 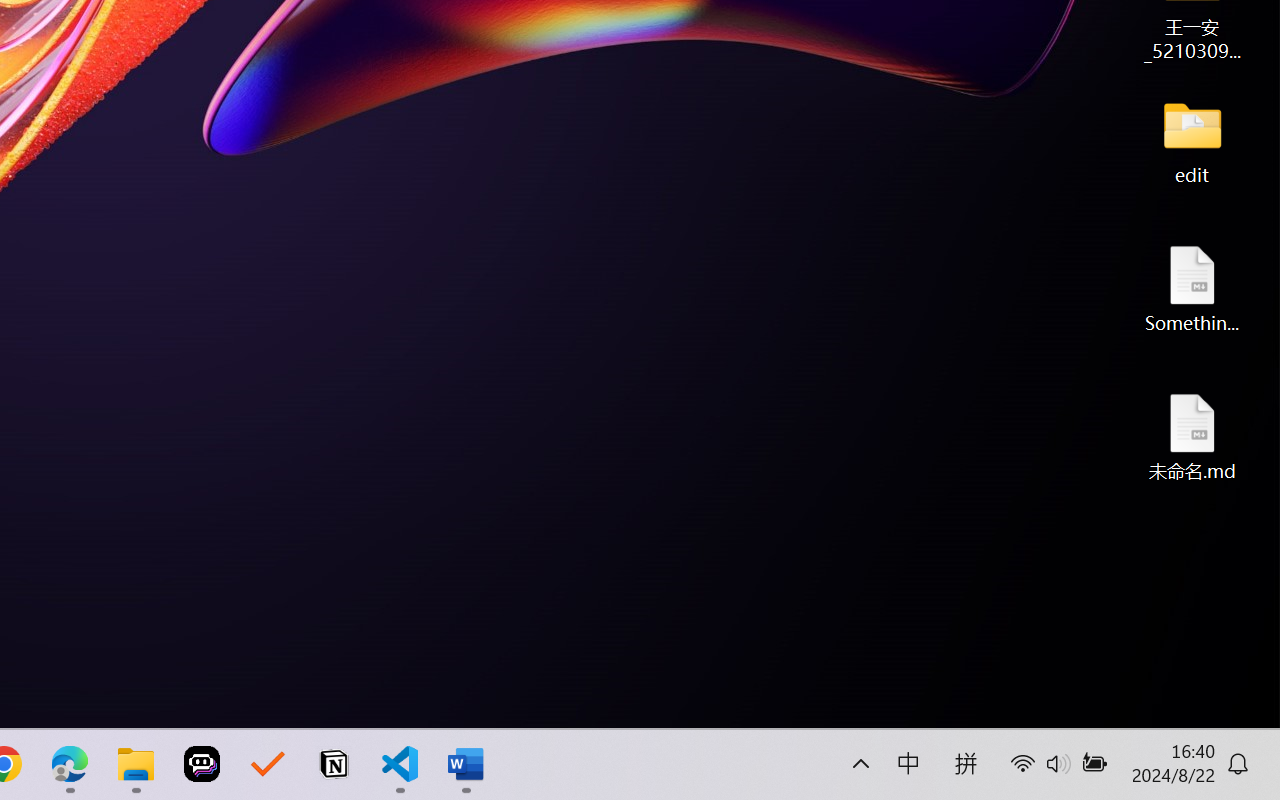 What do you see at coordinates (1192, 288) in the screenshot?
I see `'Something.md'` at bounding box center [1192, 288].